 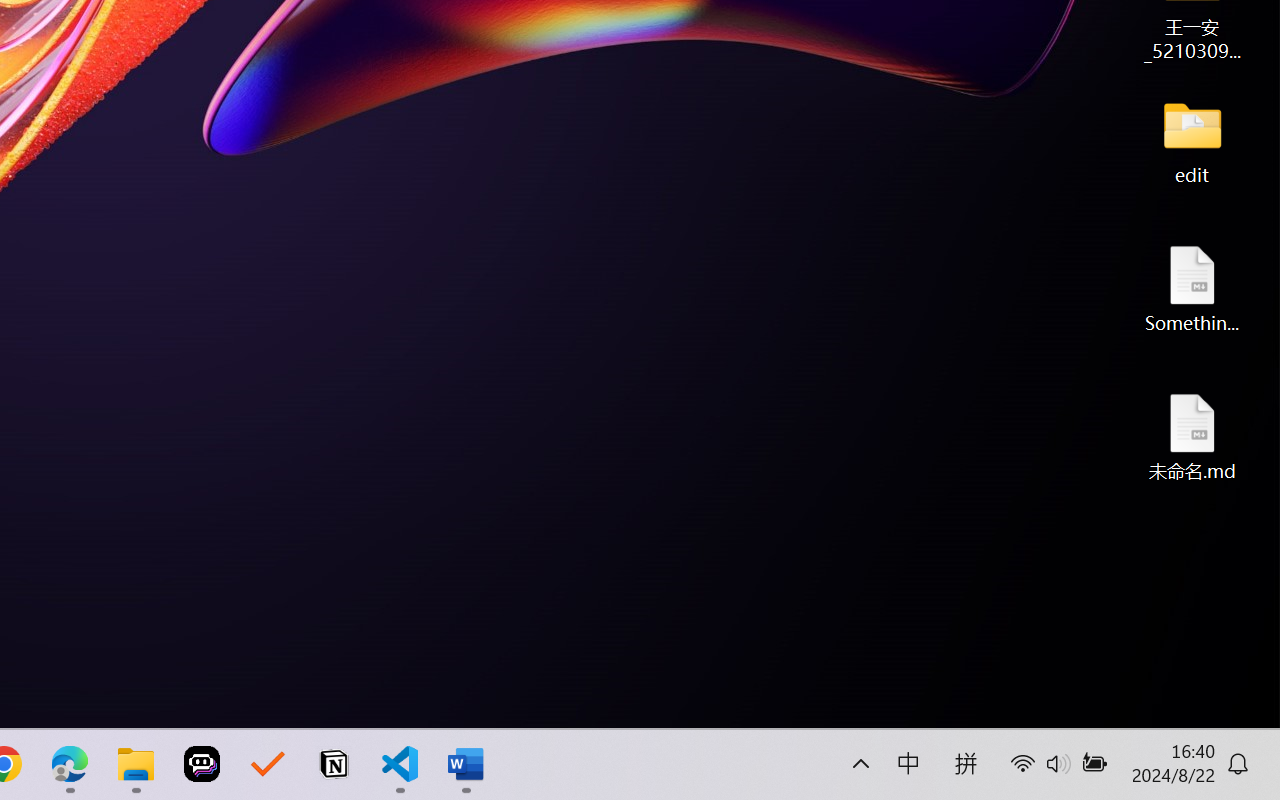 What do you see at coordinates (1192, 288) in the screenshot?
I see `'Something.md'` at bounding box center [1192, 288].